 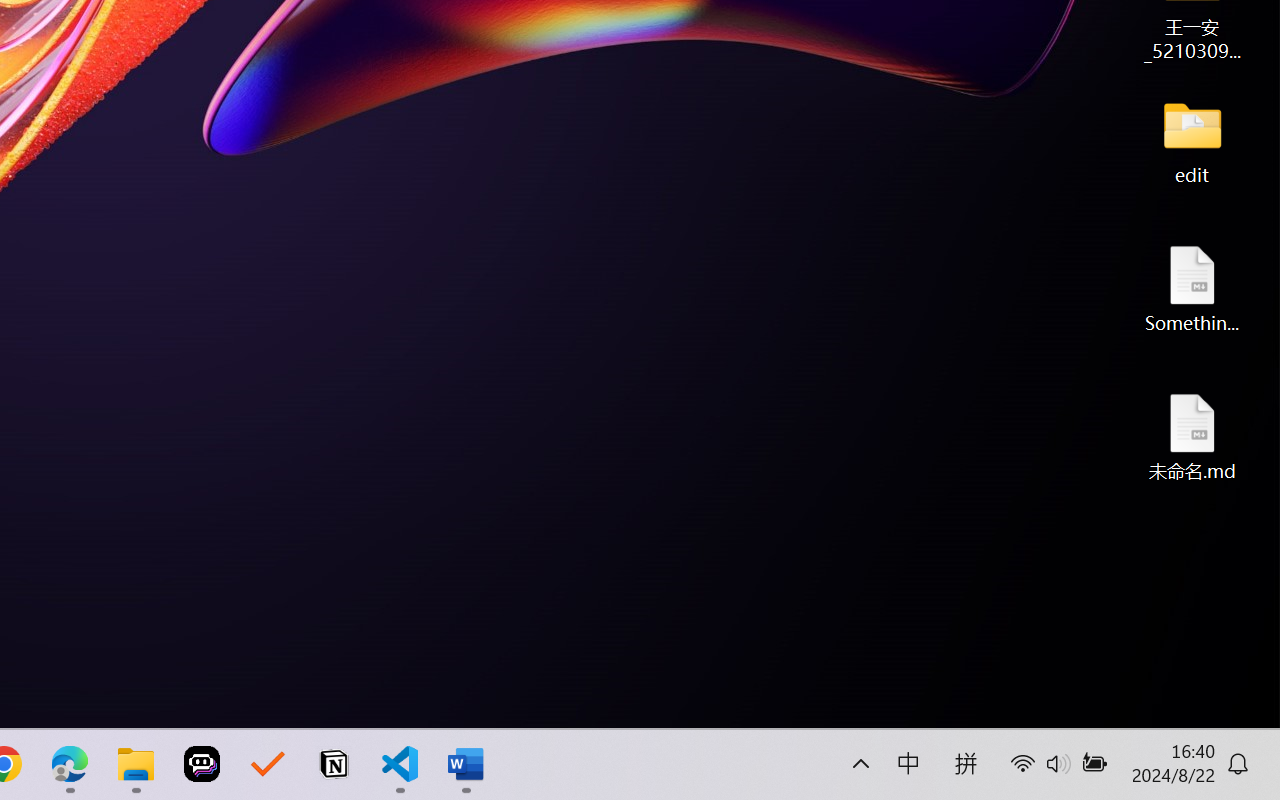 What do you see at coordinates (1192, 288) in the screenshot?
I see `'Something.md'` at bounding box center [1192, 288].